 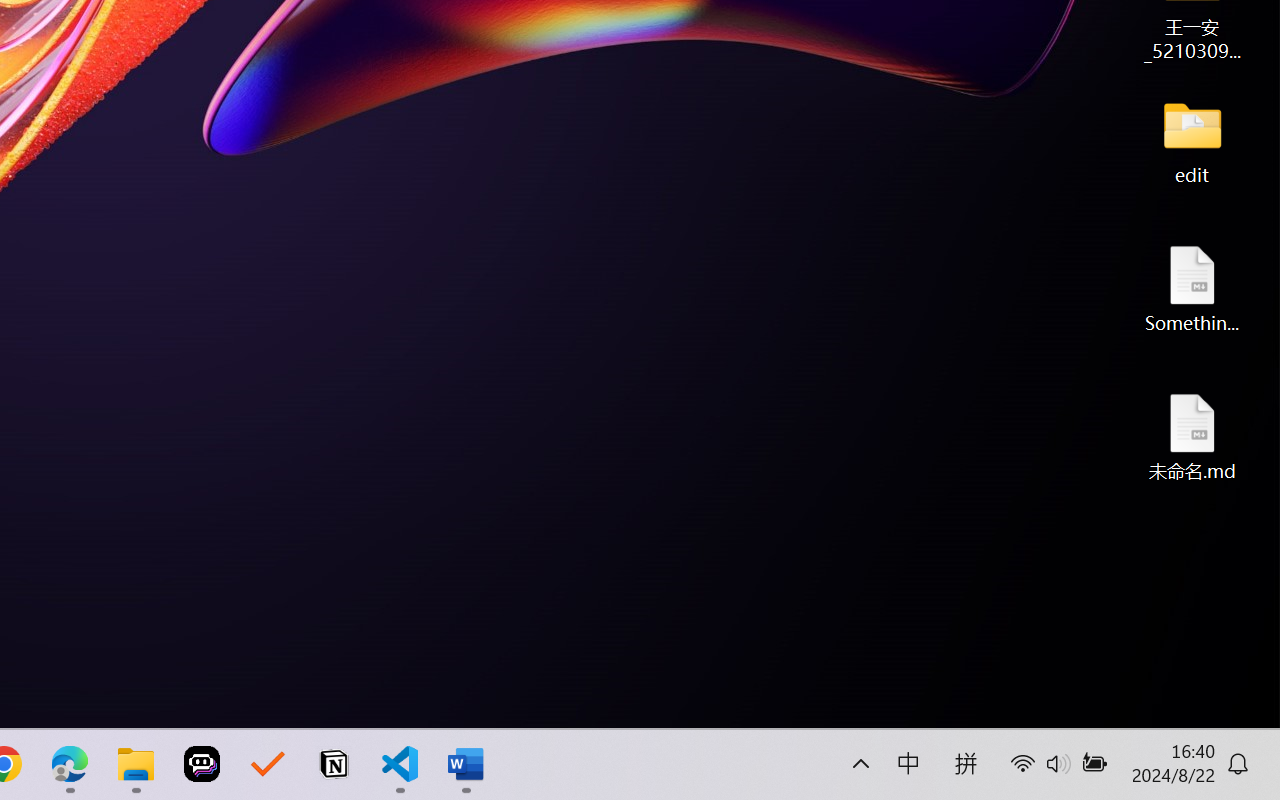 What do you see at coordinates (1192, 288) in the screenshot?
I see `'Something.md'` at bounding box center [1192, 288].